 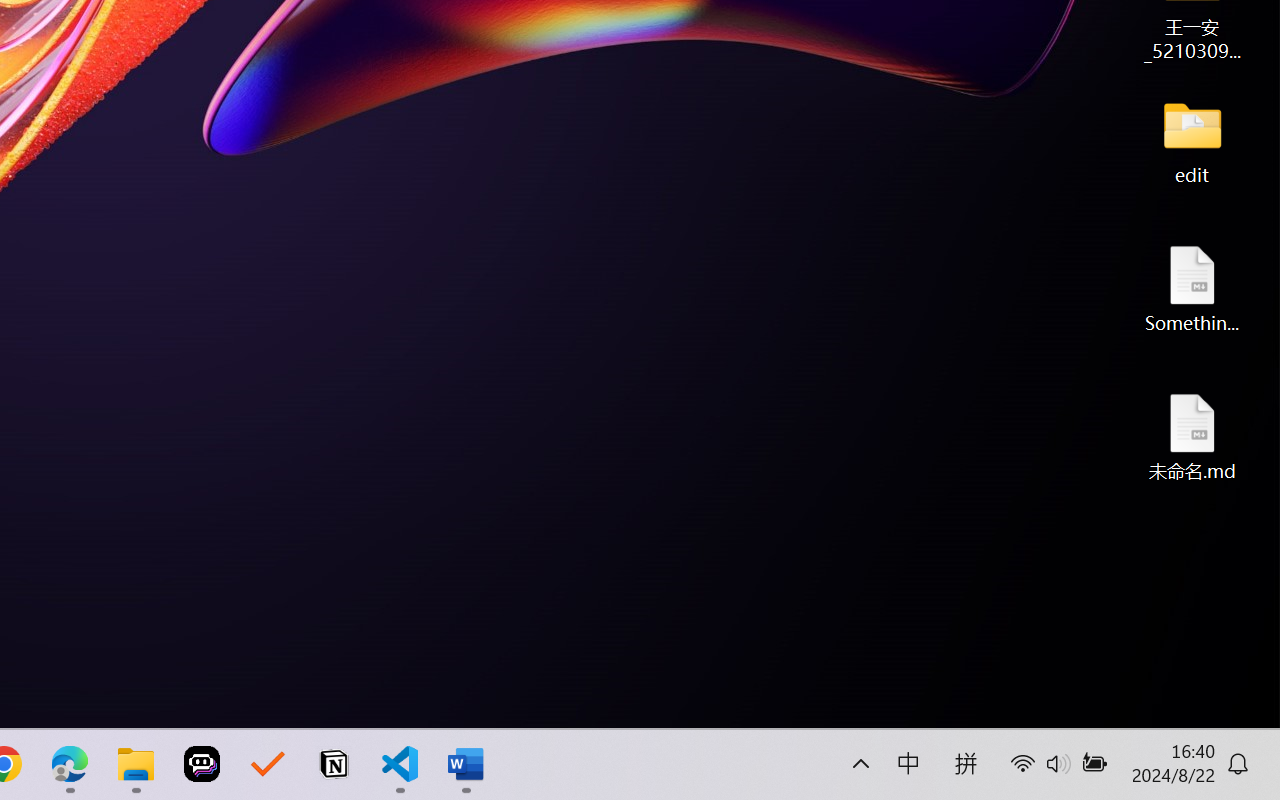 What do you see at coordinates (1192, 288) in the screenshot?
I see `'Something.md'` at bounding box center [1192, 288].